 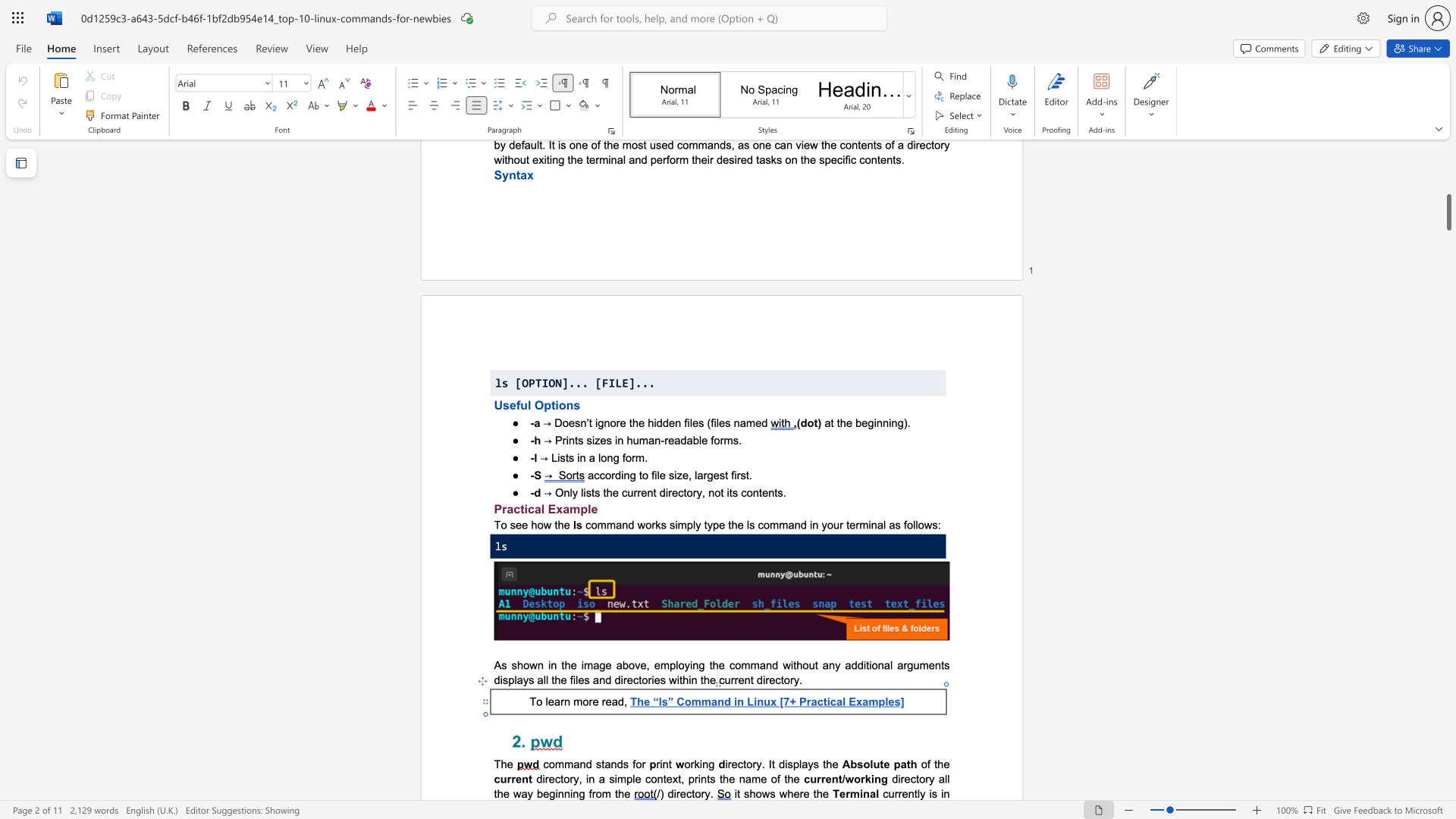 What do you see at coordinates (530, 792) in the screenshot?
I see `the 2th character "y" in the text` at bounding box center [530, 792].